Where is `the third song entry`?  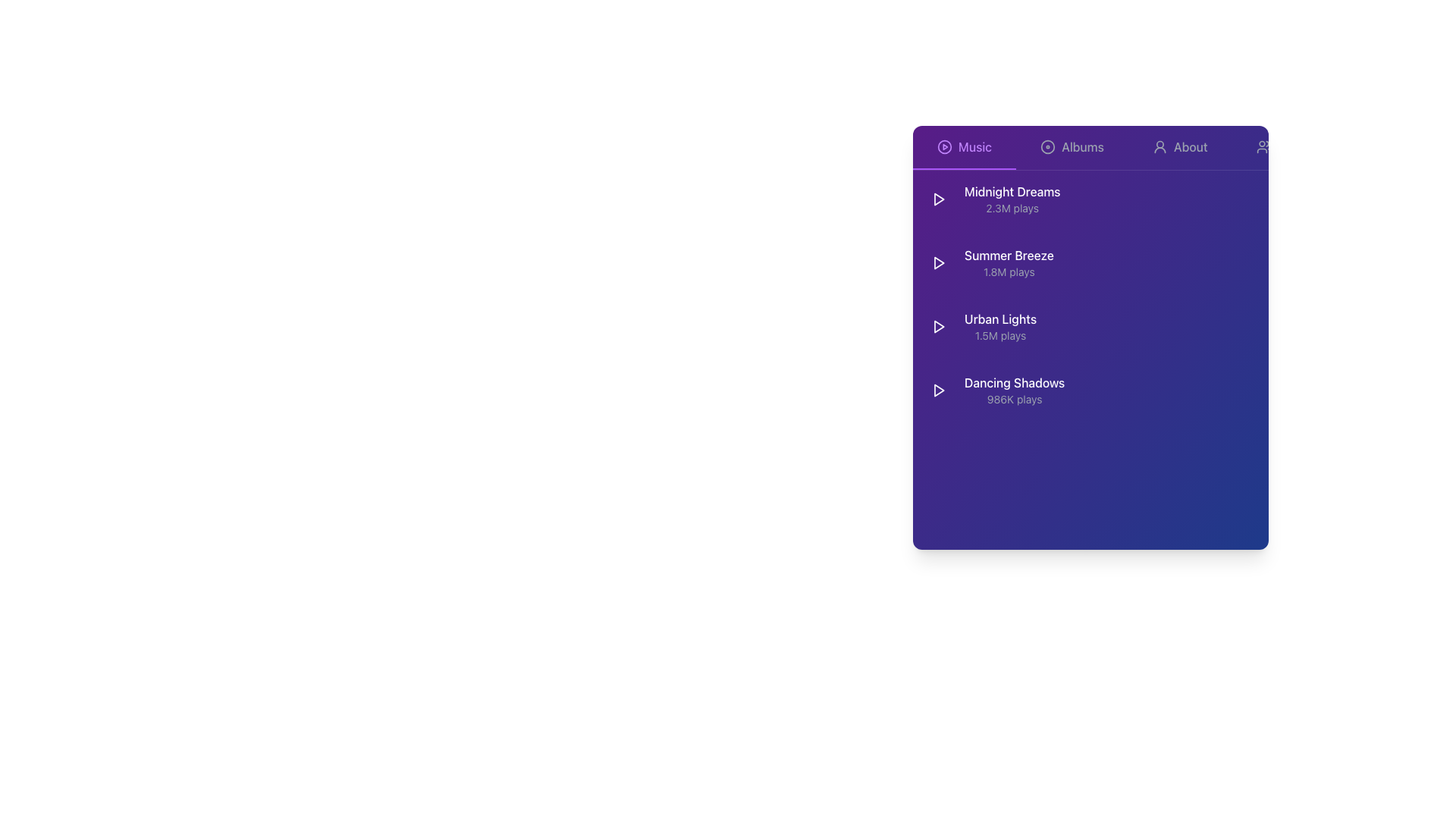
the third song entry is located at coordinates (1090, 326).